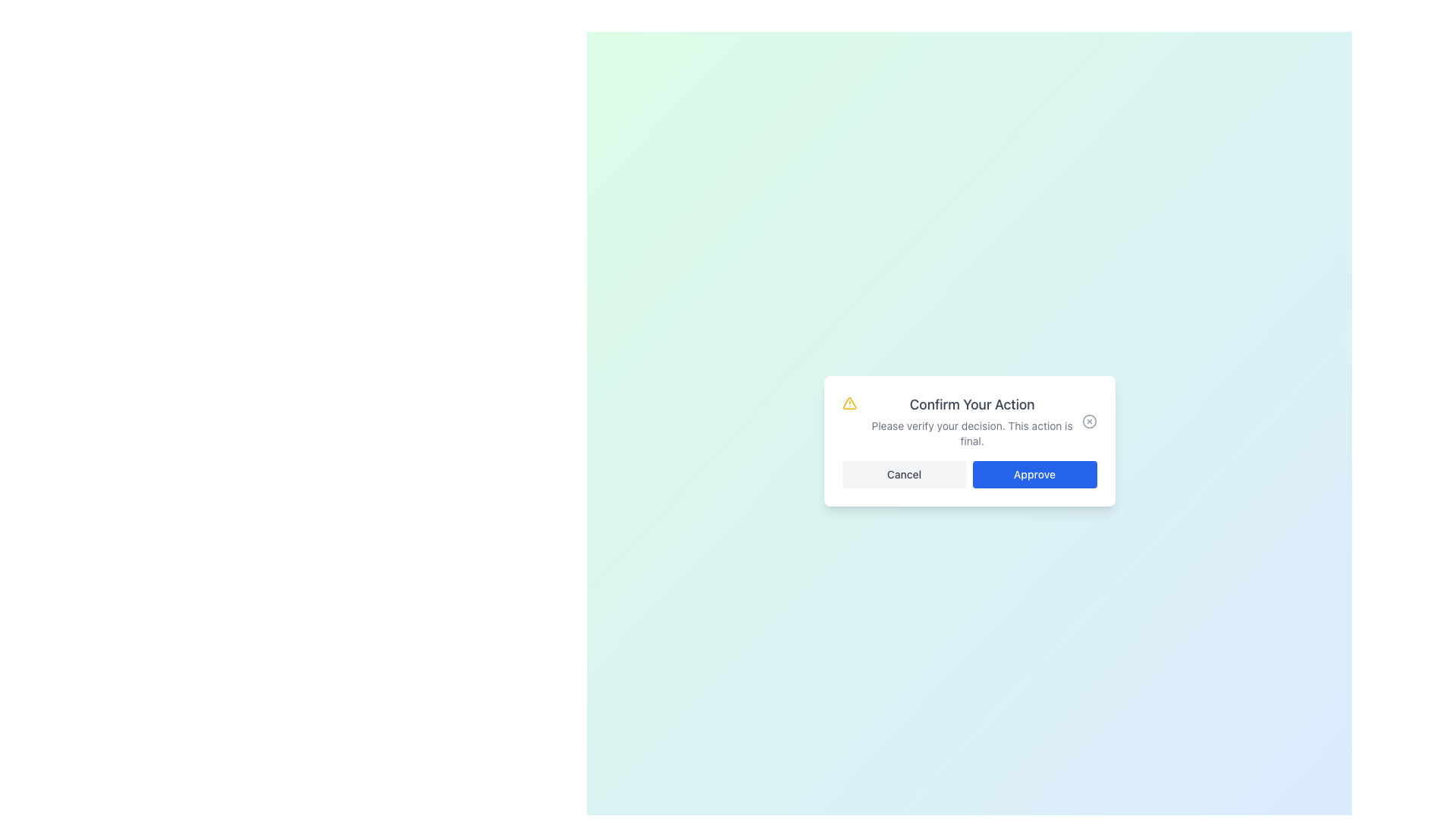 The width and height of the screenshot is (1456, 819). What do you see at coordinates (1088, 421) in the screenshot?
I see `the close button` at bounding box center [1088, 421].